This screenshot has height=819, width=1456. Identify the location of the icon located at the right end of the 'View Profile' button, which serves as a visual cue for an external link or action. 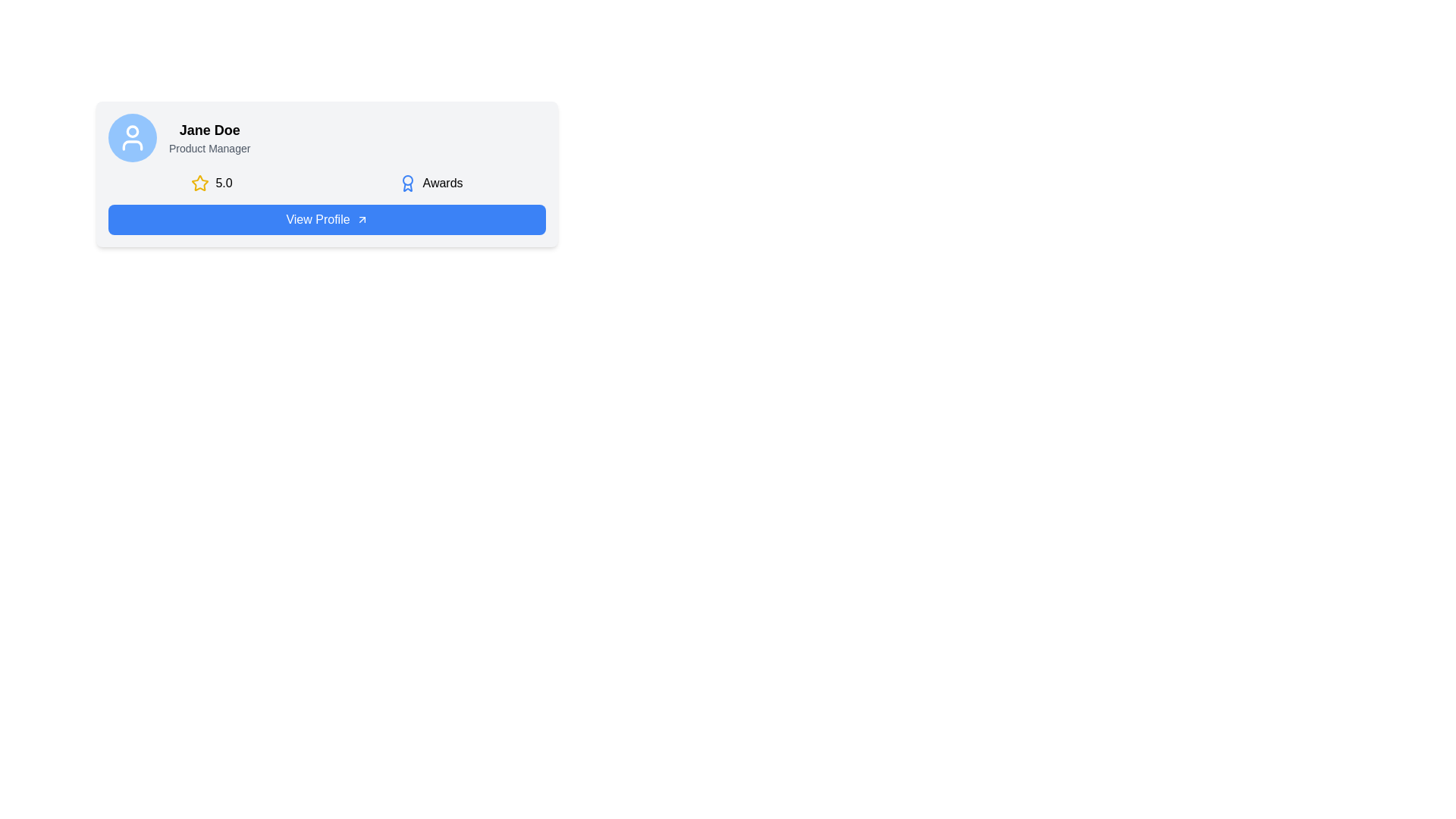
(361, 219).